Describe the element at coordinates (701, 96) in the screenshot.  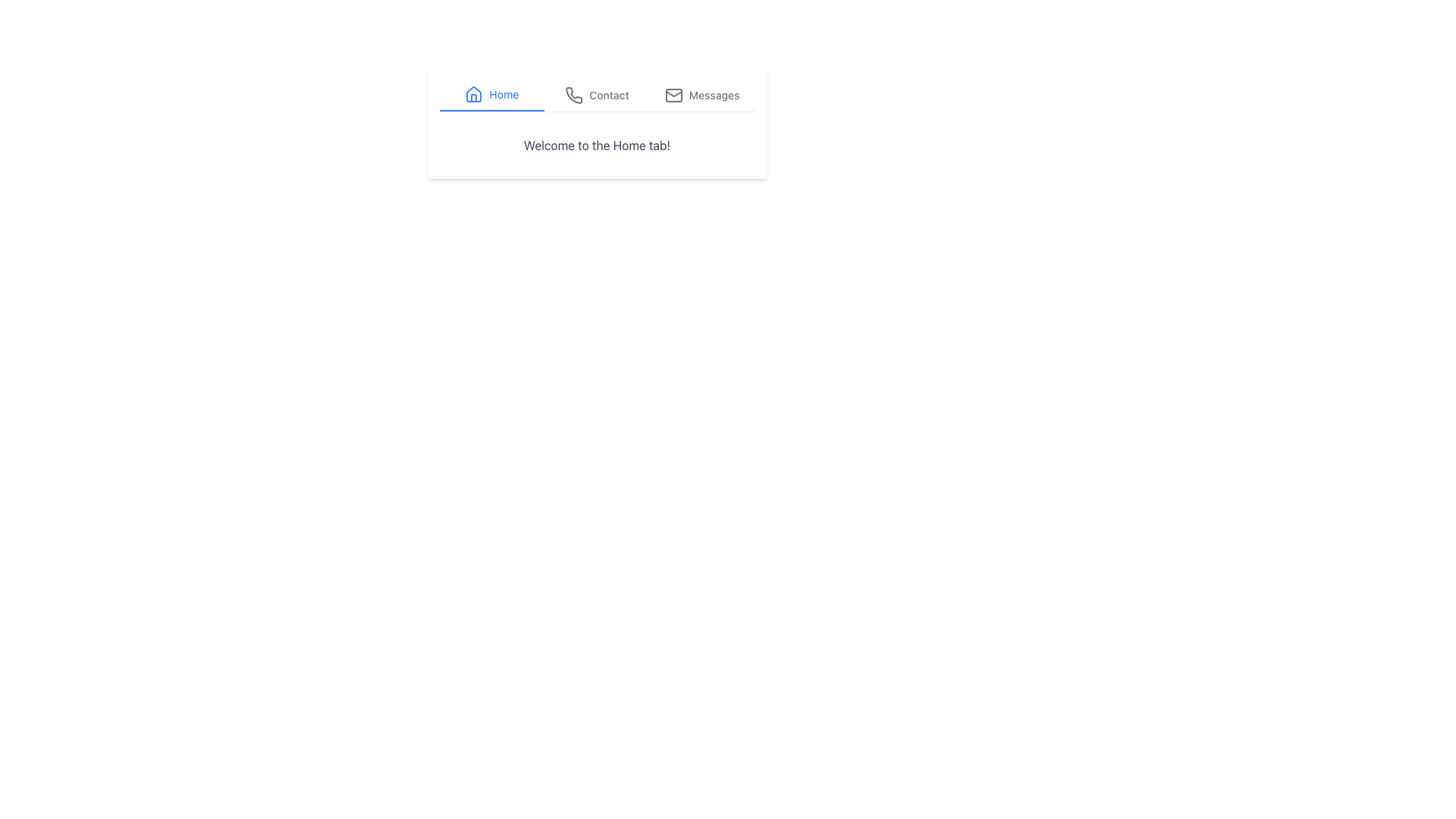
I see `the 'Messages' navigation item, which consists of a bold gray text label and an envelope icon, positioned as the third item in the horizontal navigation bar` at that location.